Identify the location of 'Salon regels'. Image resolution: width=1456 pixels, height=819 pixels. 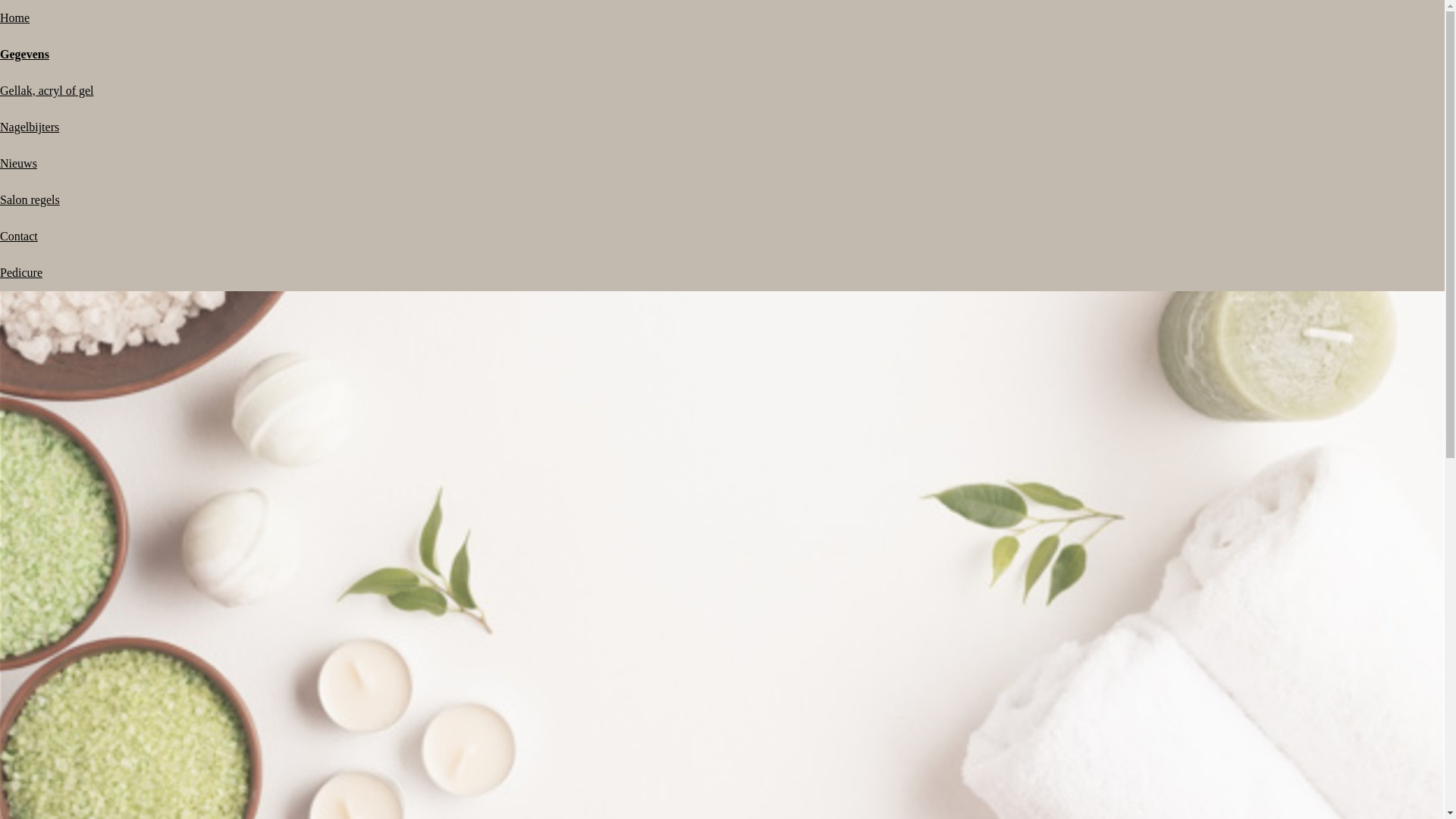
(30, 199).